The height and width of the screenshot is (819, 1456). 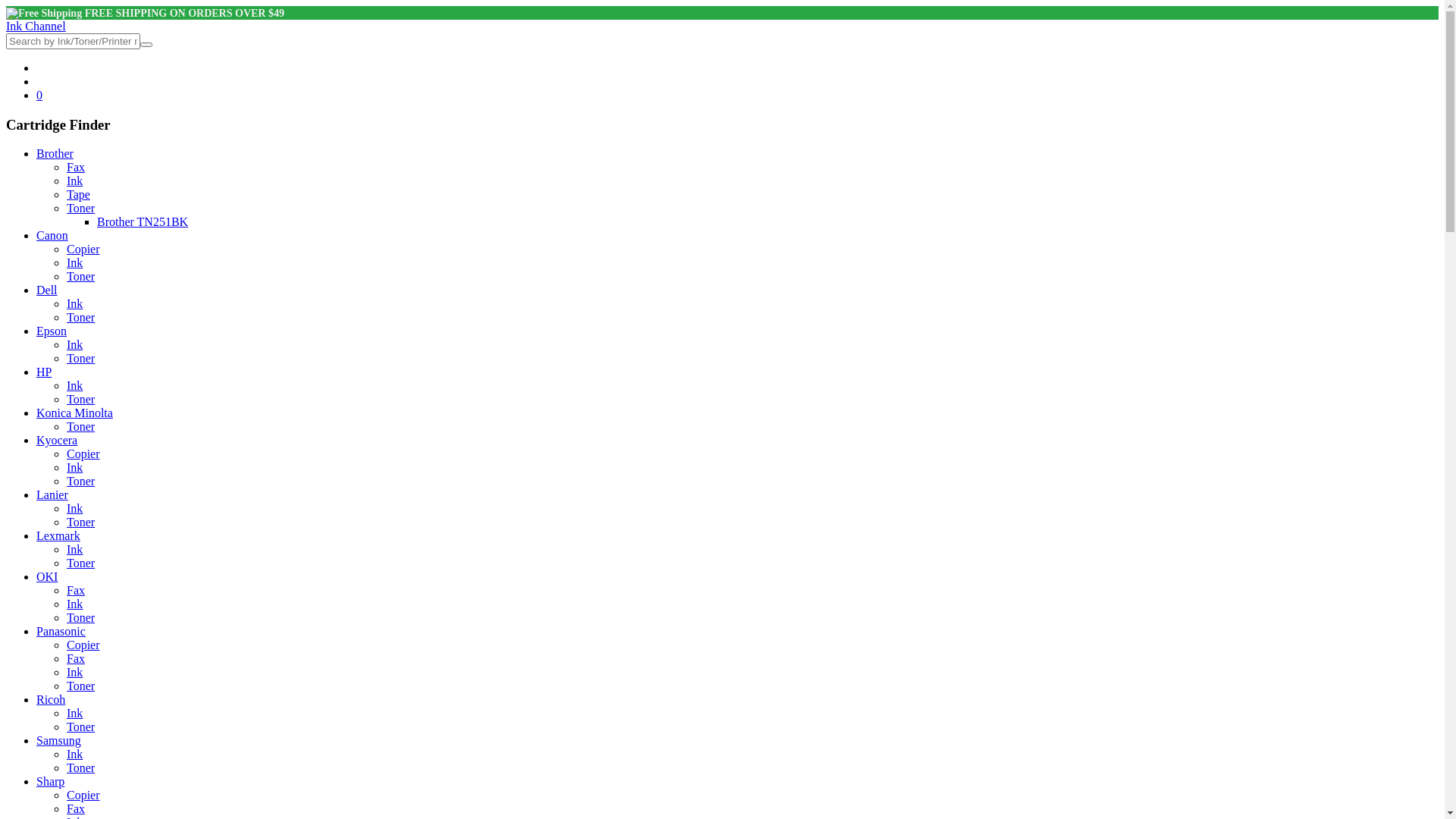 What do you see at coordinates (57, 440) in the screenshot?
I see `'Kyocera'` at bounding box center [57, 440].